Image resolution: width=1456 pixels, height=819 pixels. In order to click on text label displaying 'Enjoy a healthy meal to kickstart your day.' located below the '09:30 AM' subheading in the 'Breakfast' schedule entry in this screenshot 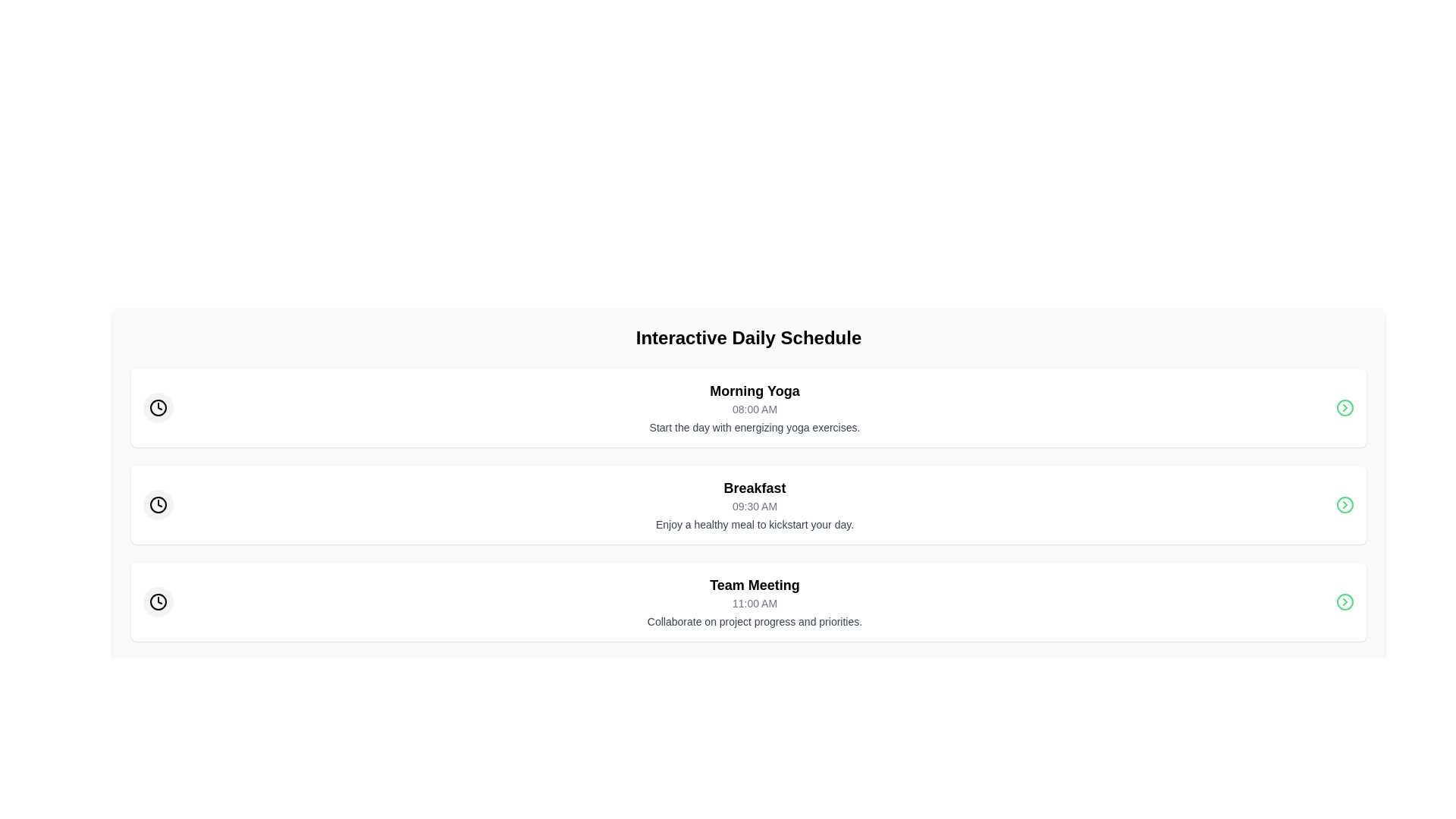, I will do `click(755, 523)`.